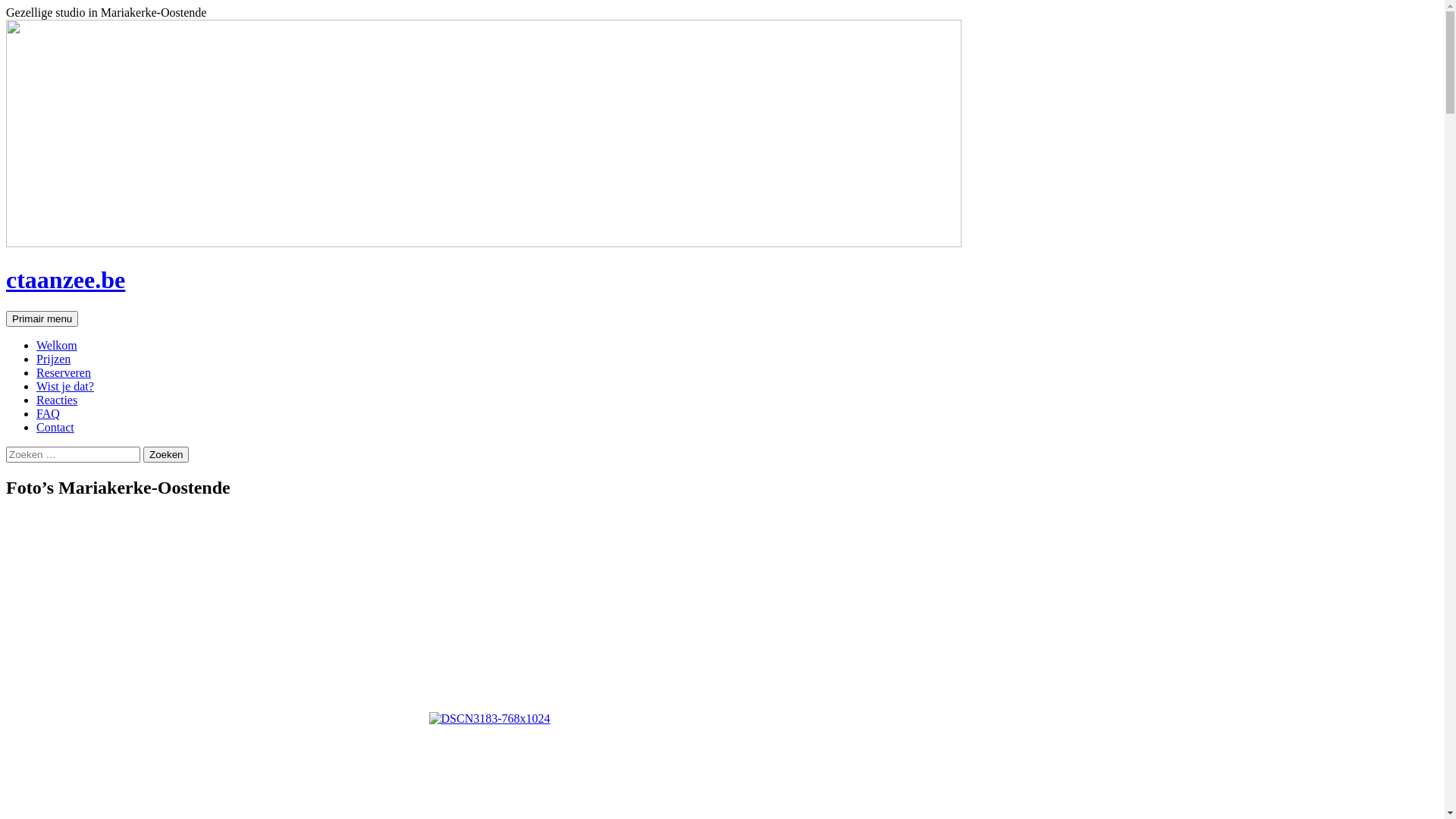  Describe the element at coordinates (6, 318) in the screenshot. I see `'Primair menu'` at that location.